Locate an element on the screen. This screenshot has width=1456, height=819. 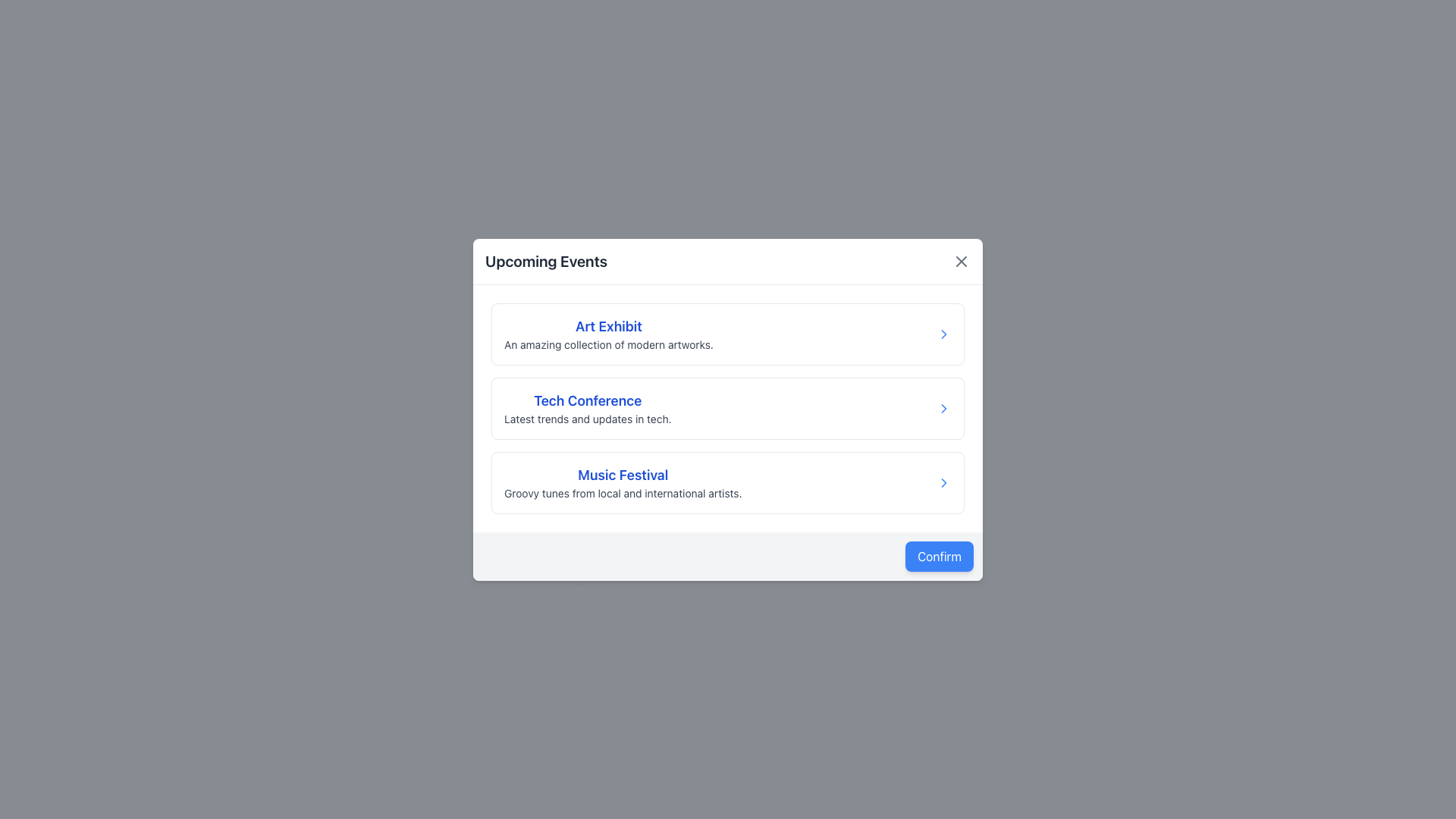
the event information text block located at the top of the list in the white bordered card of the 'Upcoming Events' modal dialog is located at coordinates (607, 332).